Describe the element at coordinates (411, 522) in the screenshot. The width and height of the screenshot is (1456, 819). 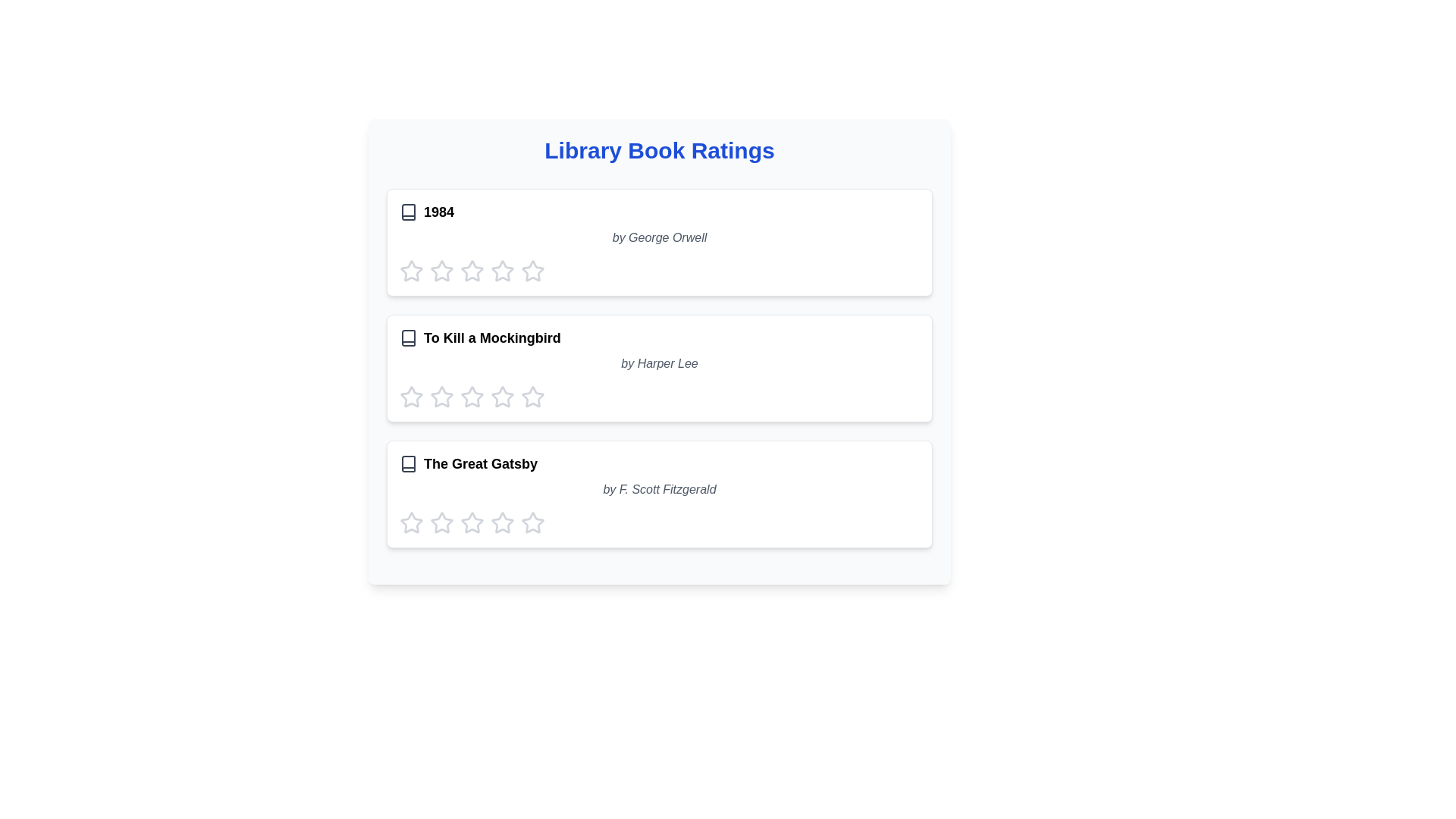
I see `the first star-shaped rating icon, which is part of a set of five stars under the book 'The Great Gatsby', to rate it` at that location.